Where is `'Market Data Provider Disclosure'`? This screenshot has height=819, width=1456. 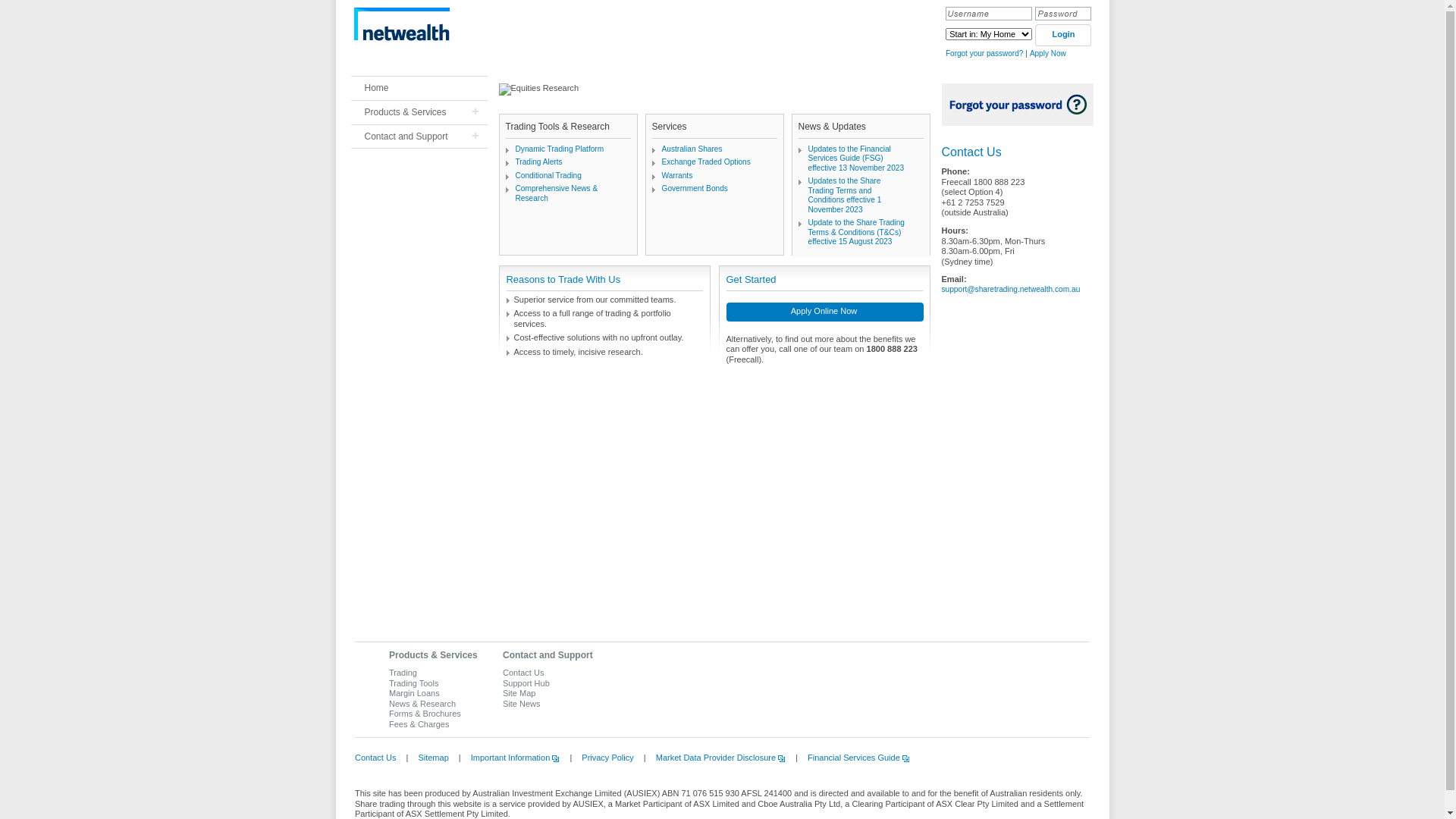
'Market Data Provider Disclosure' is located at coordinates (716, 758).